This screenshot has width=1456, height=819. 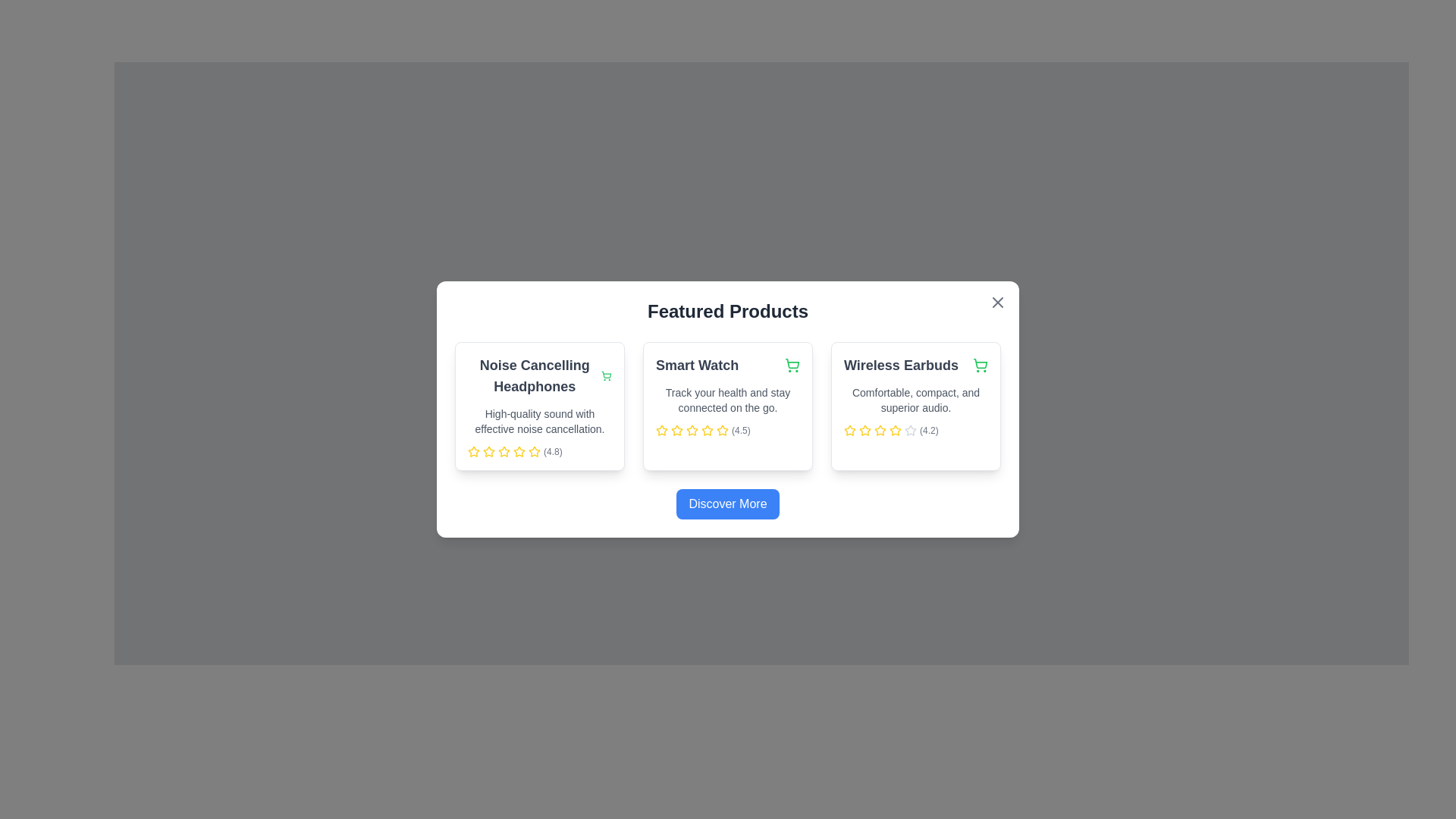 I want to click on the text label displaying the average rating value (4.2) for the 'Wireless Earbuds' product, located to the right of the fifth star in the rating component, so click(x=928, y=430).